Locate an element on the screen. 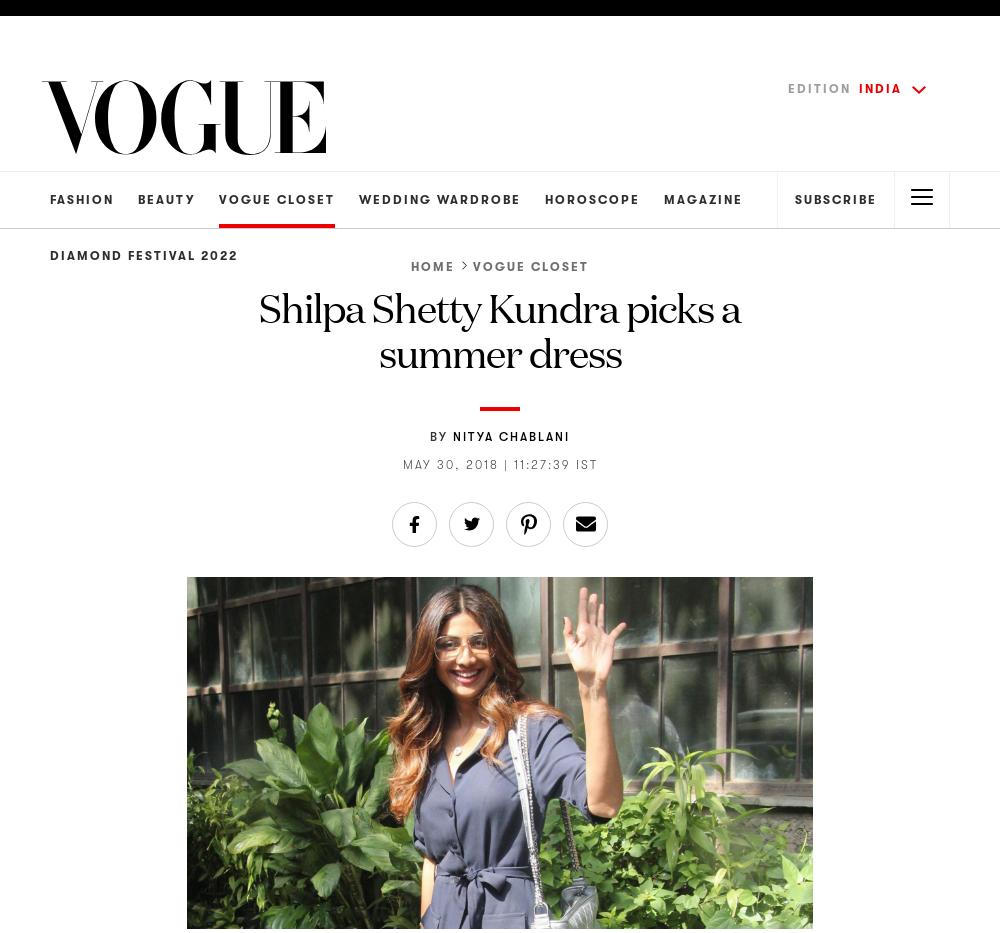 The height and width of the screenshot is (933, 1000). 'Beauty' is located at coordinates (166, 199).